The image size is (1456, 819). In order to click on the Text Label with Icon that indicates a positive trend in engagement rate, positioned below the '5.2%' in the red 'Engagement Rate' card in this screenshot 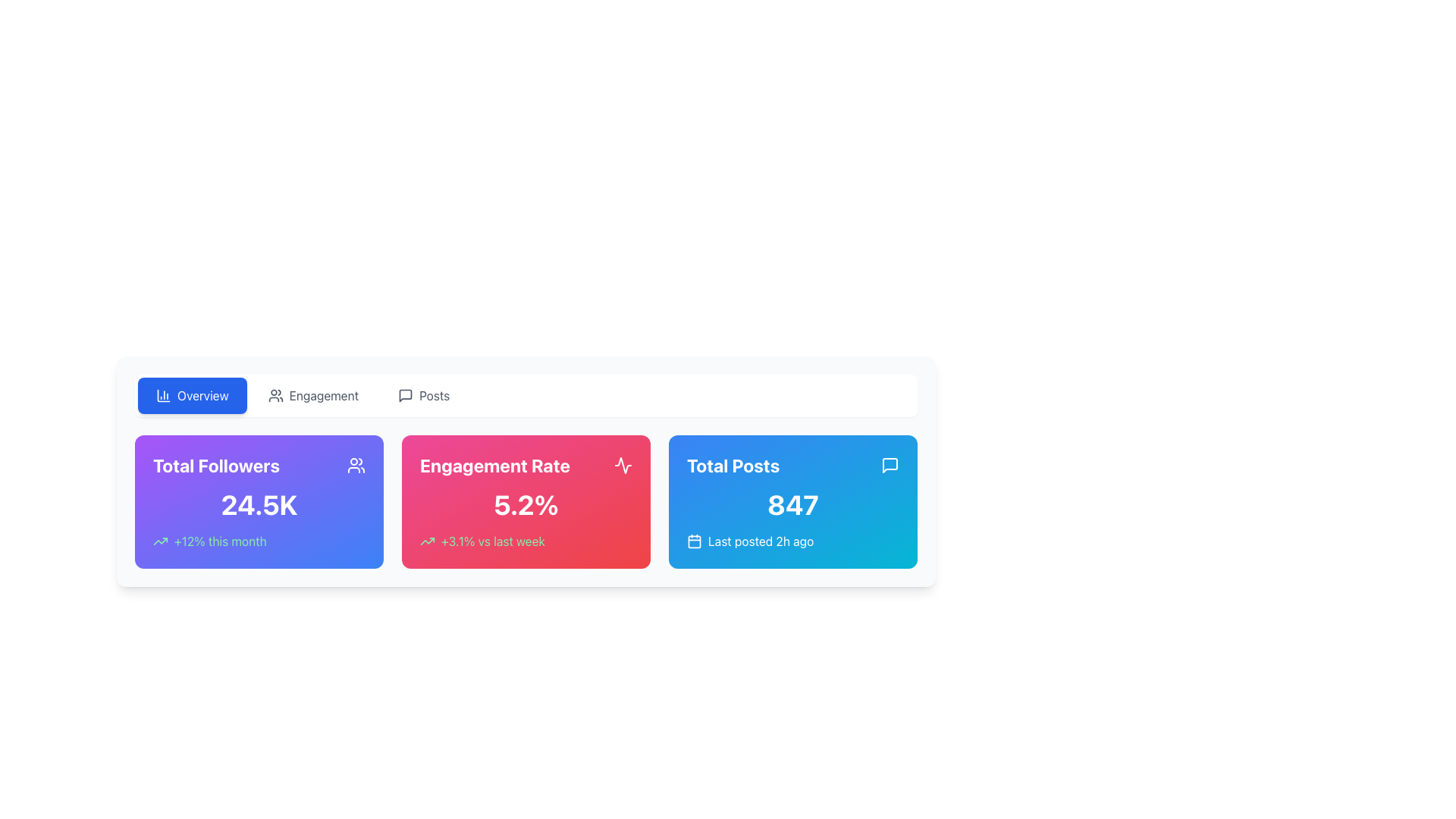, I will do `click(526, 540)`.